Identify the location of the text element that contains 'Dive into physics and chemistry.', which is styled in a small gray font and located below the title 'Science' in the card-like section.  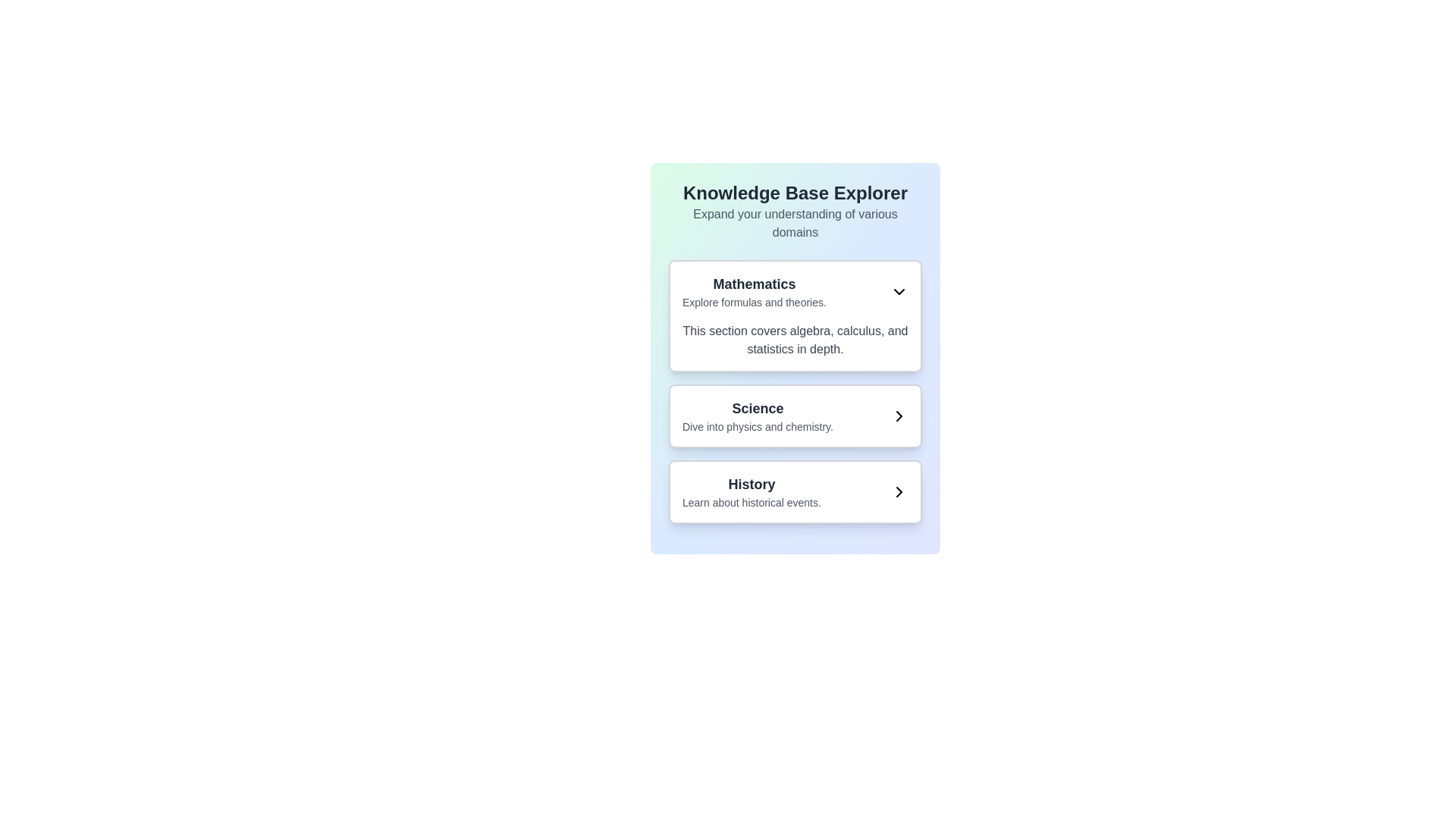
(758, 427).